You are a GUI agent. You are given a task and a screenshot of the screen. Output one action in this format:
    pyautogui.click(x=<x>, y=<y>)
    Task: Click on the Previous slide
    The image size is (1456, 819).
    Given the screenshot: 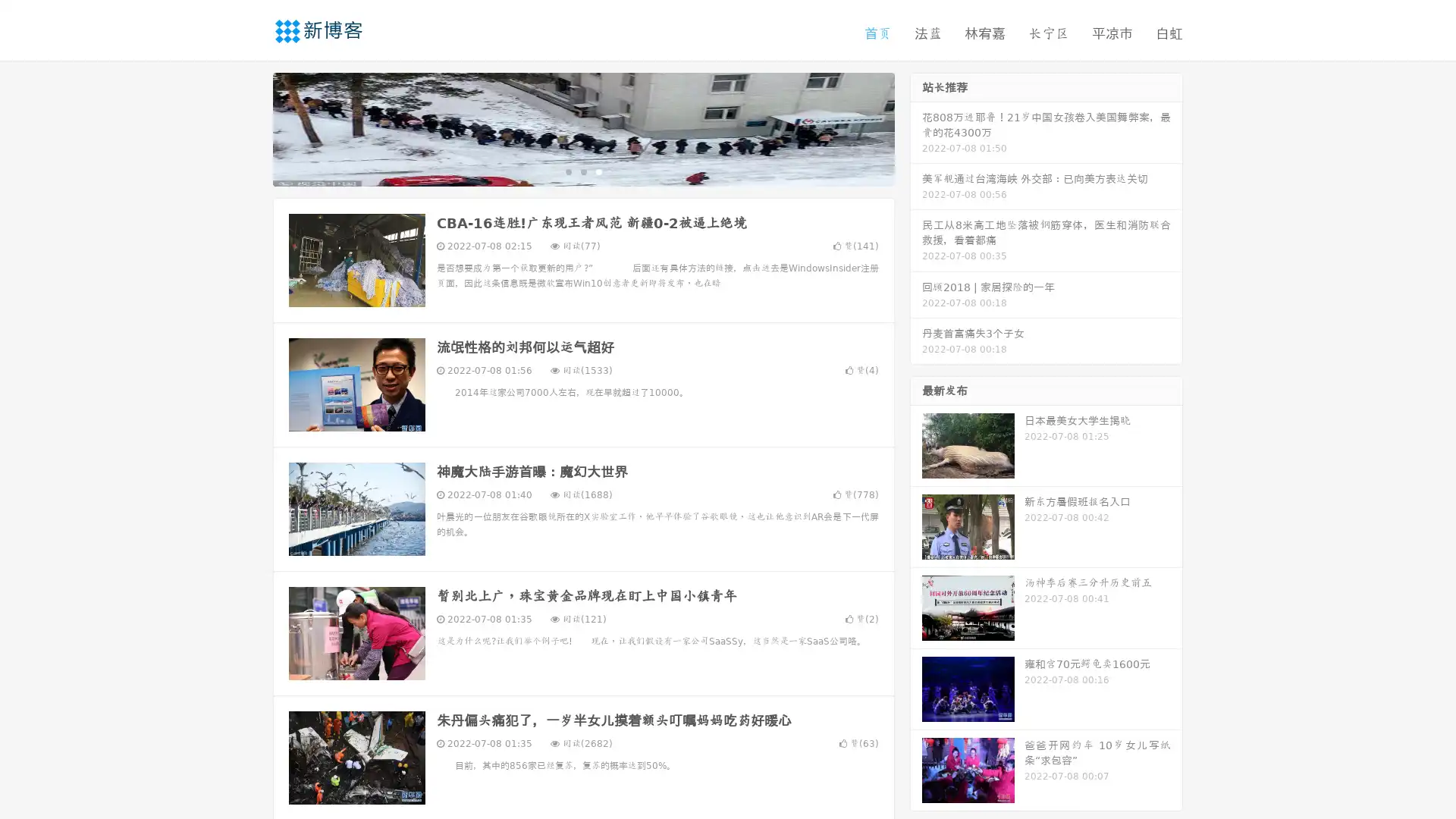 What is the action you would take?
    pyautogui.click(x=250, y=127)
    